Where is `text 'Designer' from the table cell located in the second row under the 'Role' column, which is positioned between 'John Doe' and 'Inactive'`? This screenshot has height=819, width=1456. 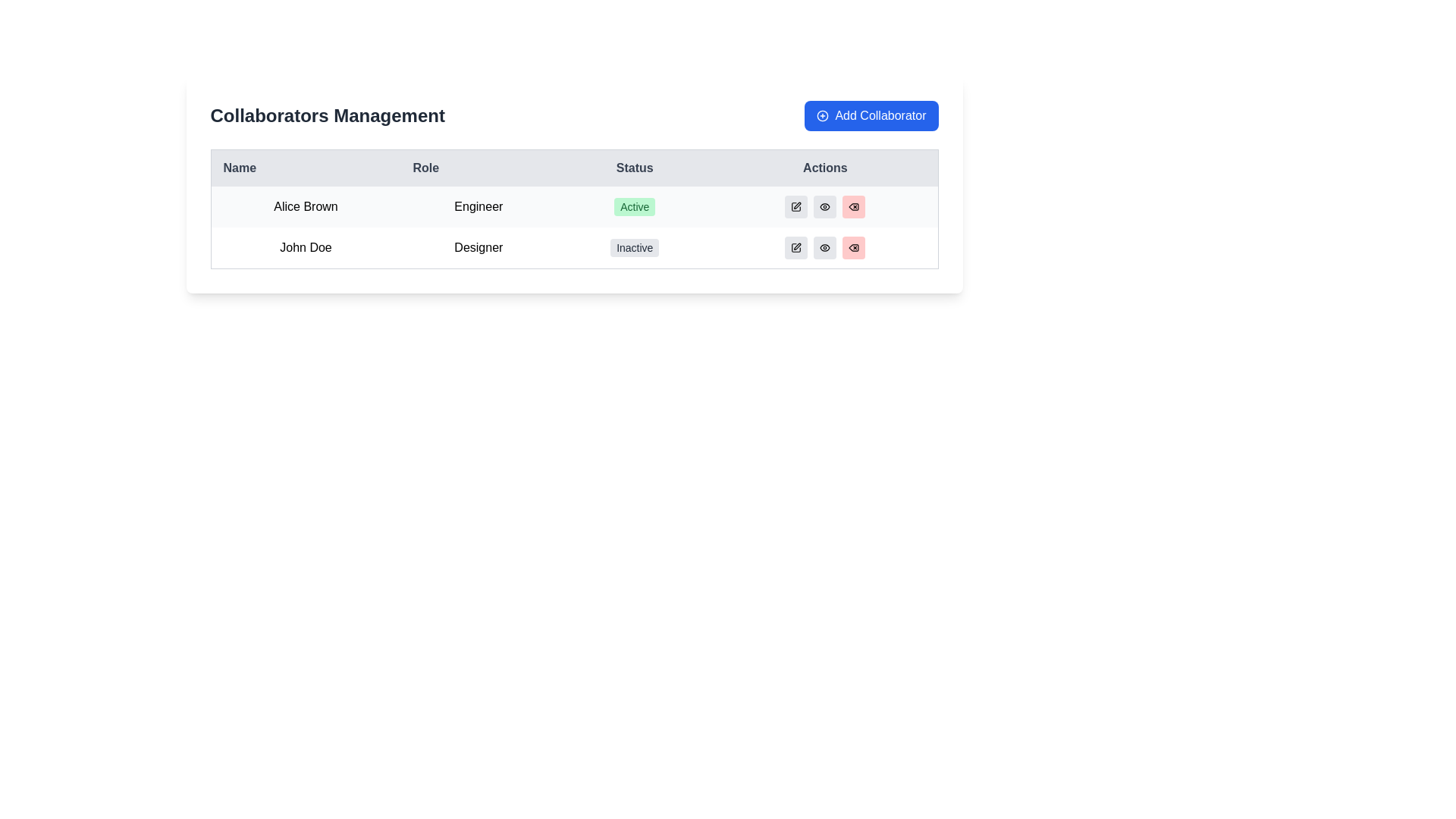
text 'Designer' from the table cell located in the second row under the 'Role' column, which is positioned between 'John Doe' and 'Inactive' is located at coordinates (478, 247).